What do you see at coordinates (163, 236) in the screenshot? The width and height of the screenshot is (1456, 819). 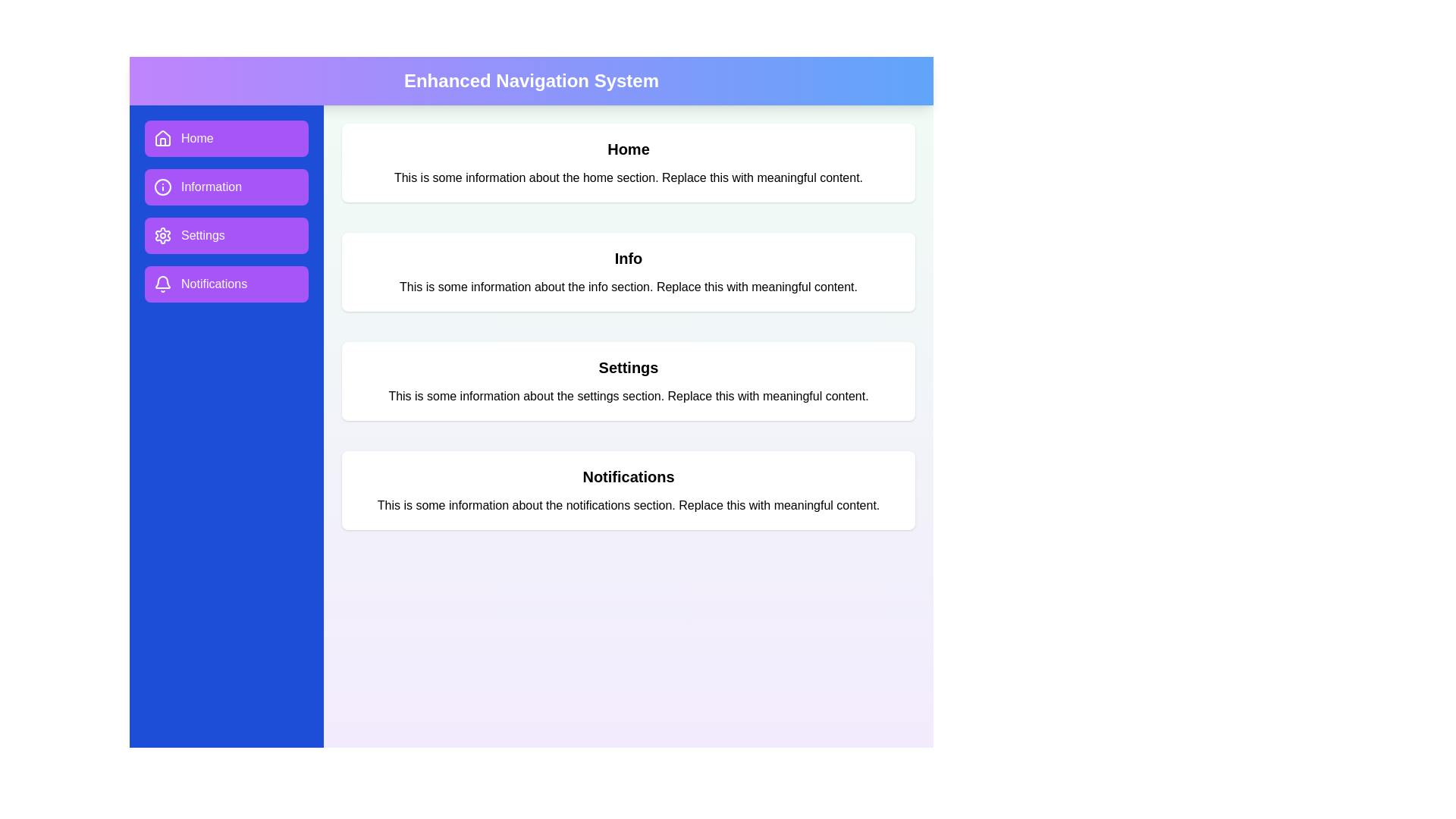 I see `the gear-like settings icon located within the purple 'Settings' button in the vertical navigation menu for accessibility purposes` at bounding box center [163, 236].